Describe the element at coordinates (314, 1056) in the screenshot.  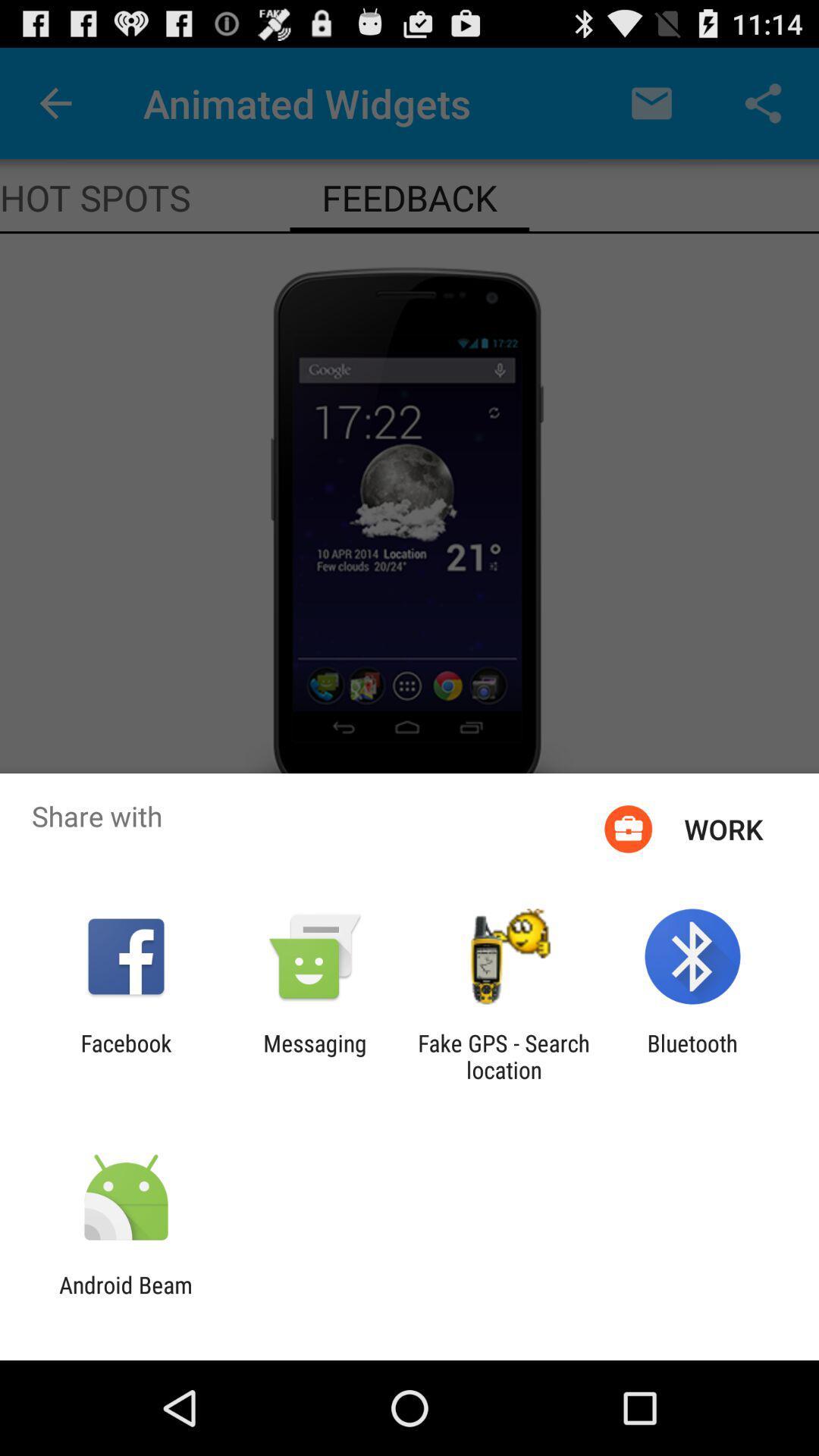
I see `messaging app` at that location.